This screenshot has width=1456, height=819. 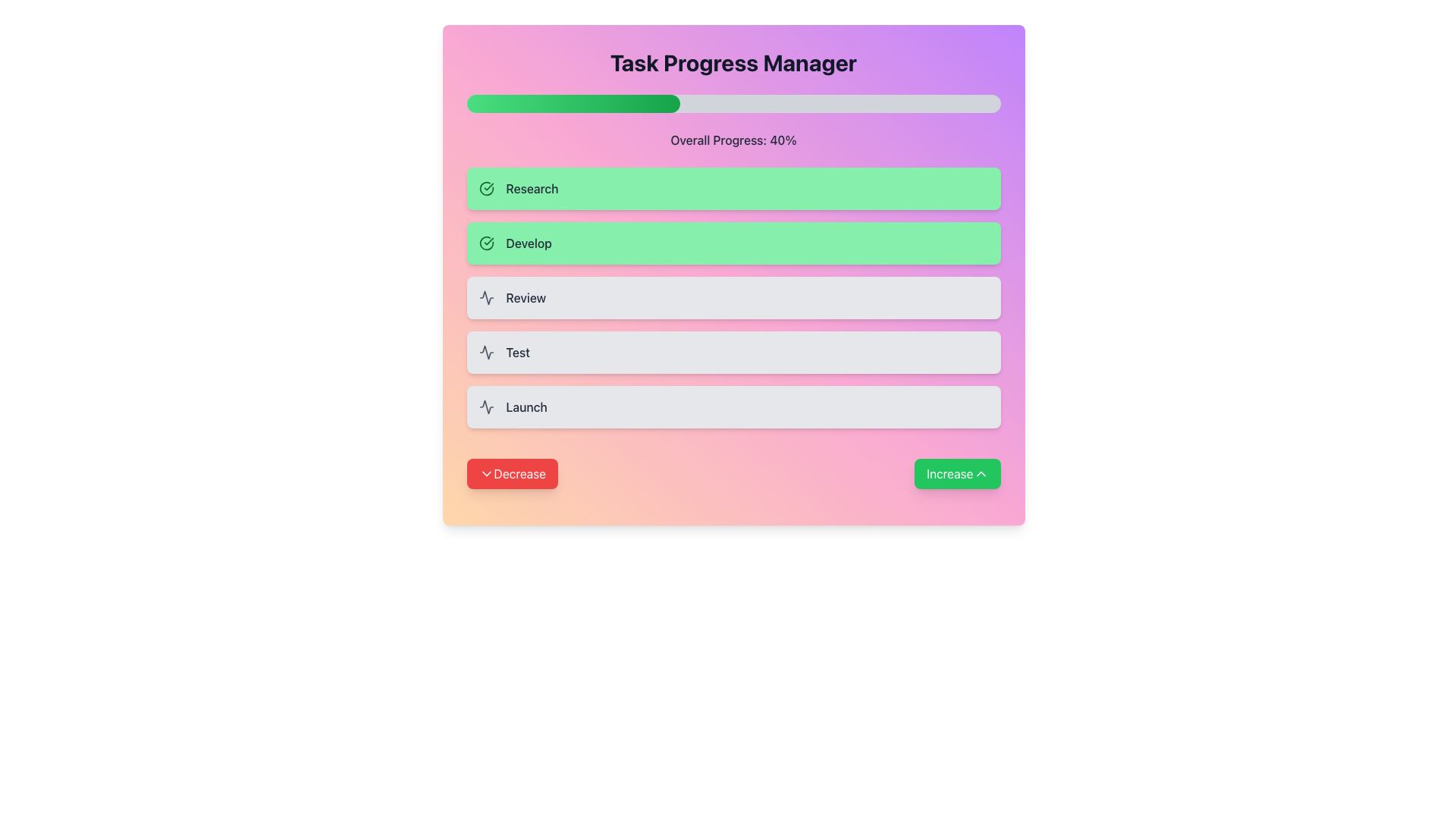 What do you see at coordinates (486, 298) in the screenshot?
I see `the waveform-like icon located within the 'Review' card, positioned to the far left and adjacent to the card's edge` at bounding box center [486, 298].